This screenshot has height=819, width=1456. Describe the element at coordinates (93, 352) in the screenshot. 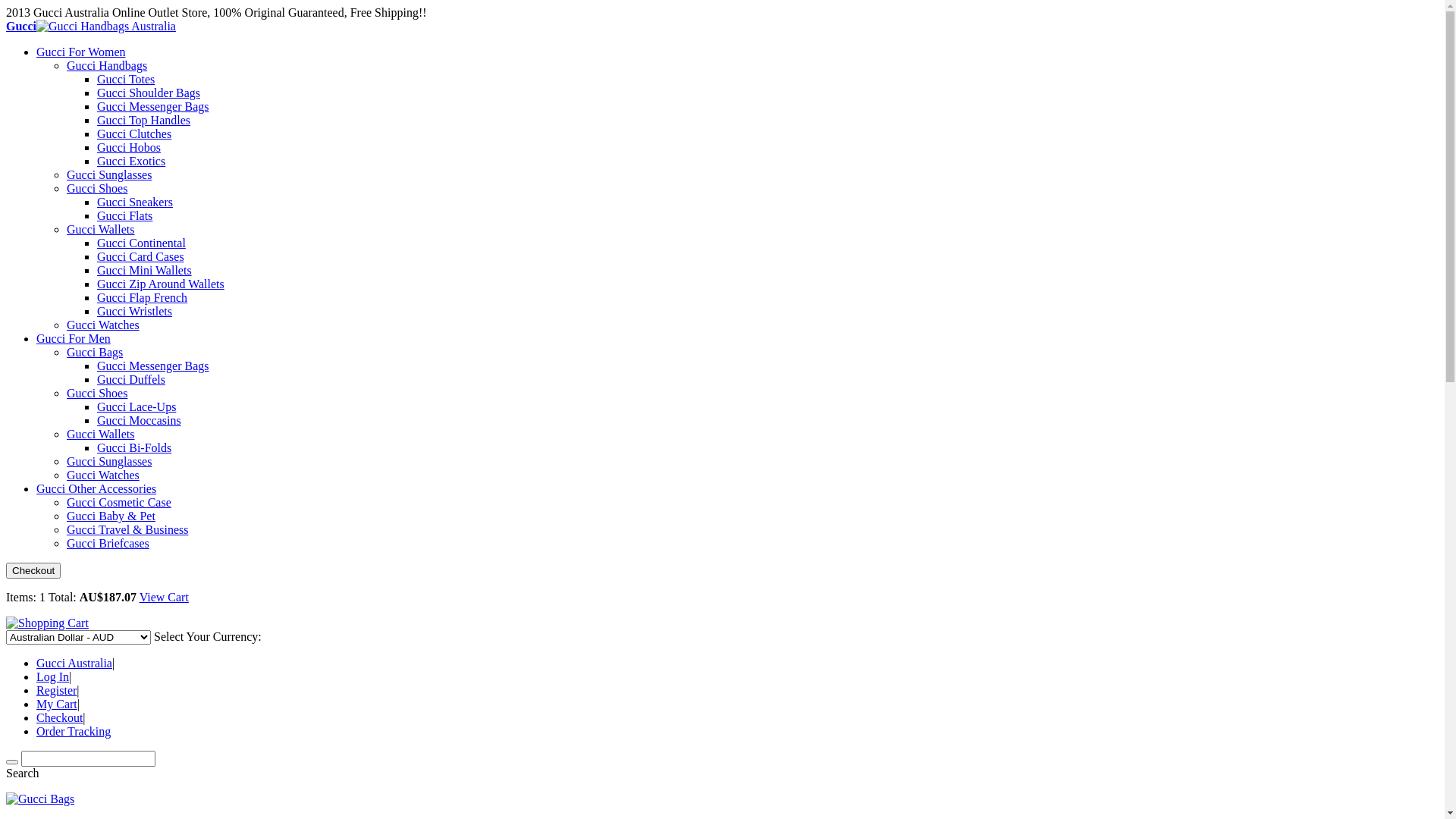

I see `'Gucci Bags'` at that location.